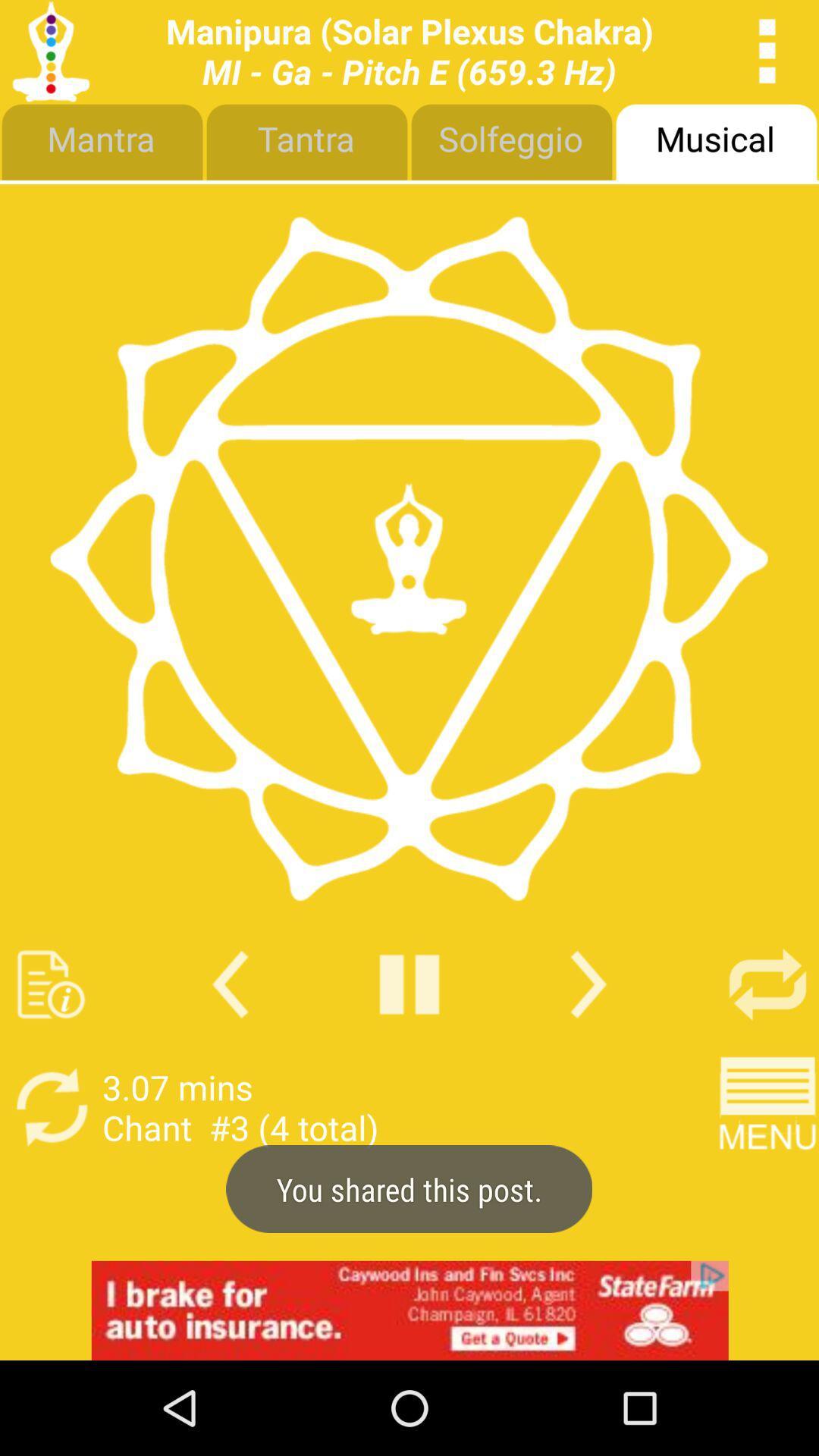 The width and height of the screenshot is (819, 1456). Describe the element at coordinates (409, 1310) in the screenshot. I see `advertisement about caywood inc and fin swcs inc` at that location.